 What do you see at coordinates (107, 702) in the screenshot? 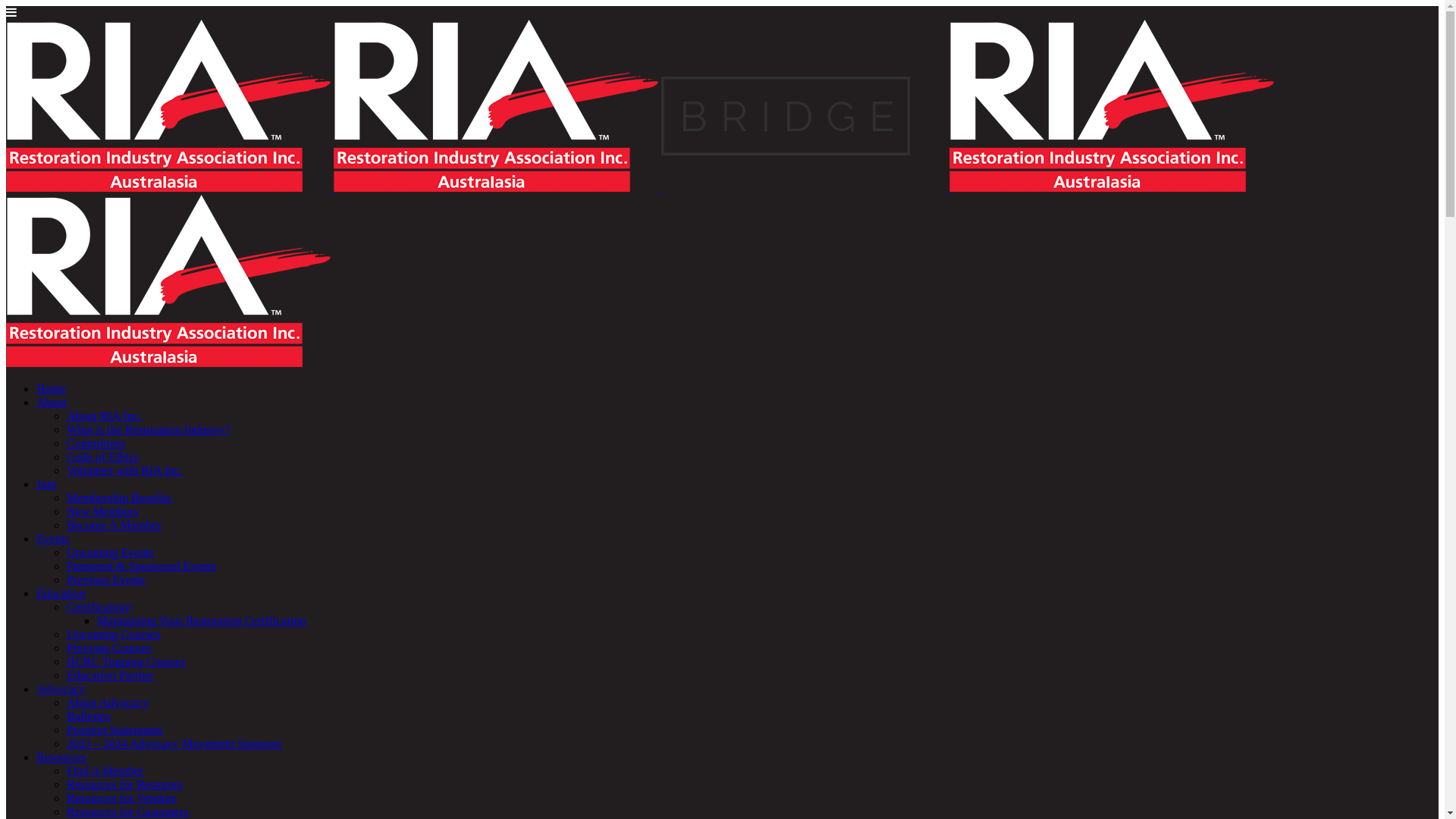
I see `'About Advocacy'` at bounding box center [107, 702].